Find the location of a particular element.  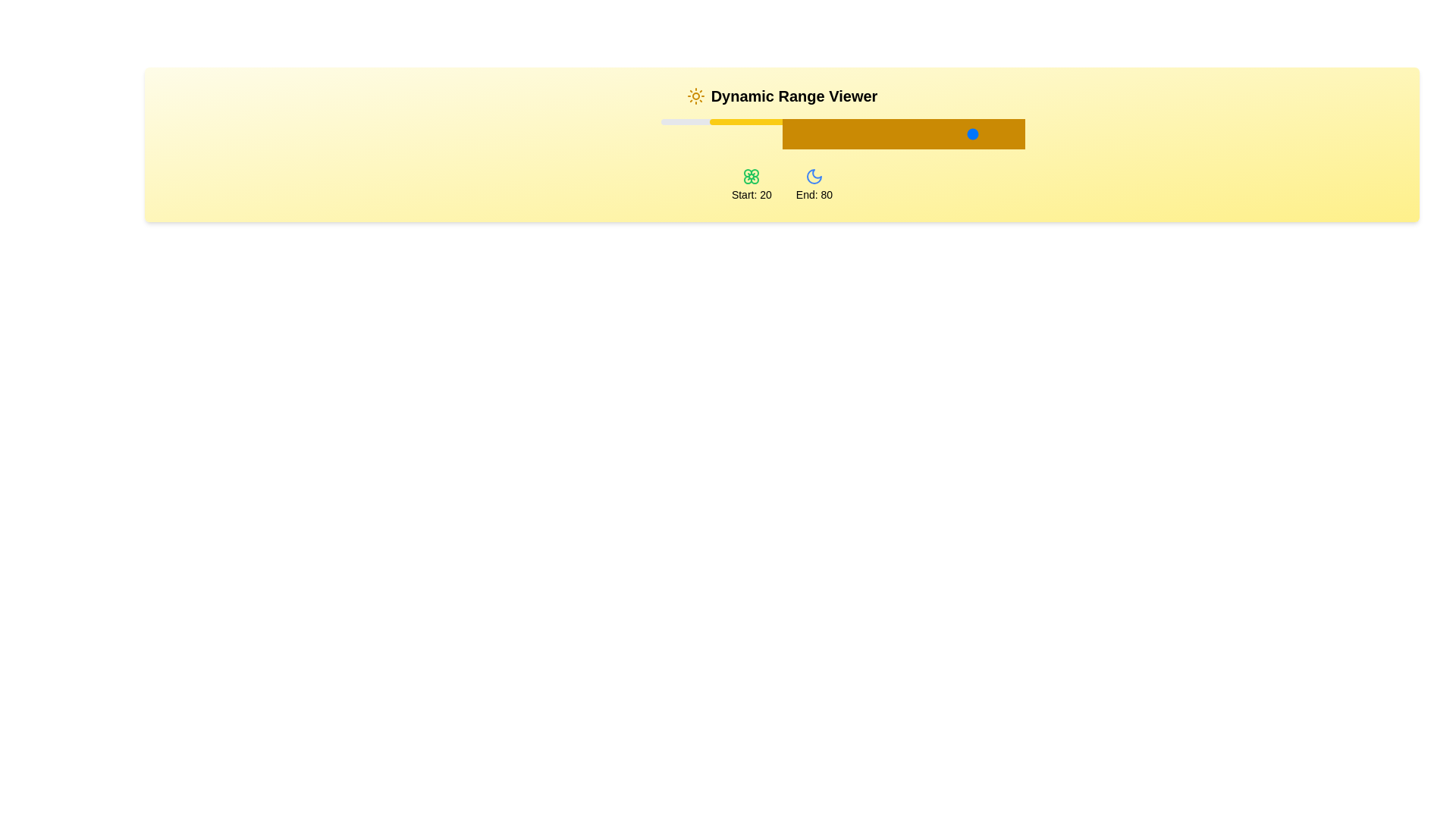

the slider value is located at coordinates (910, 133).